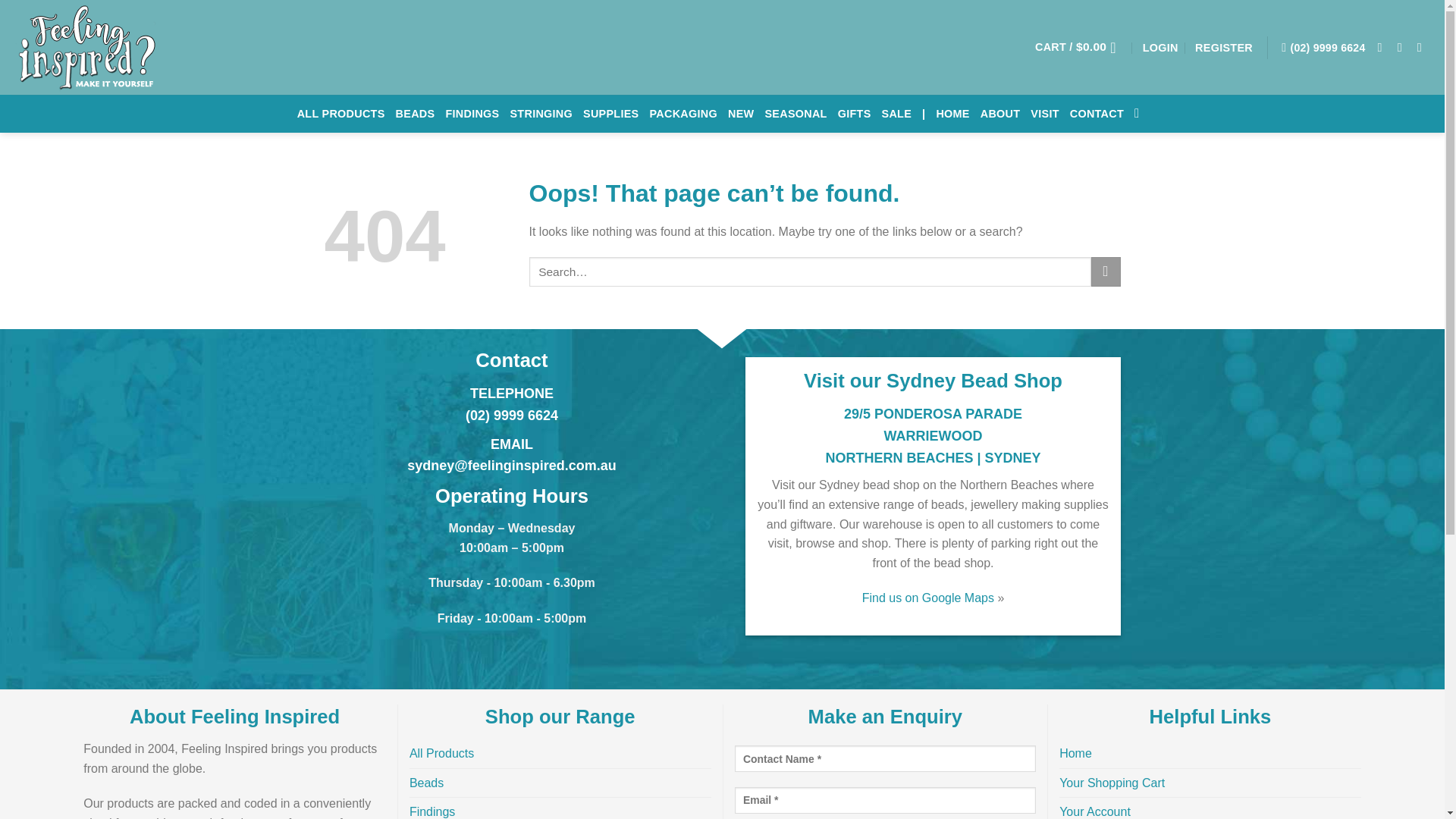  Describe the element at coordinates (1069, 113) in the screenshot. I see `'CONTACT'` at that location.